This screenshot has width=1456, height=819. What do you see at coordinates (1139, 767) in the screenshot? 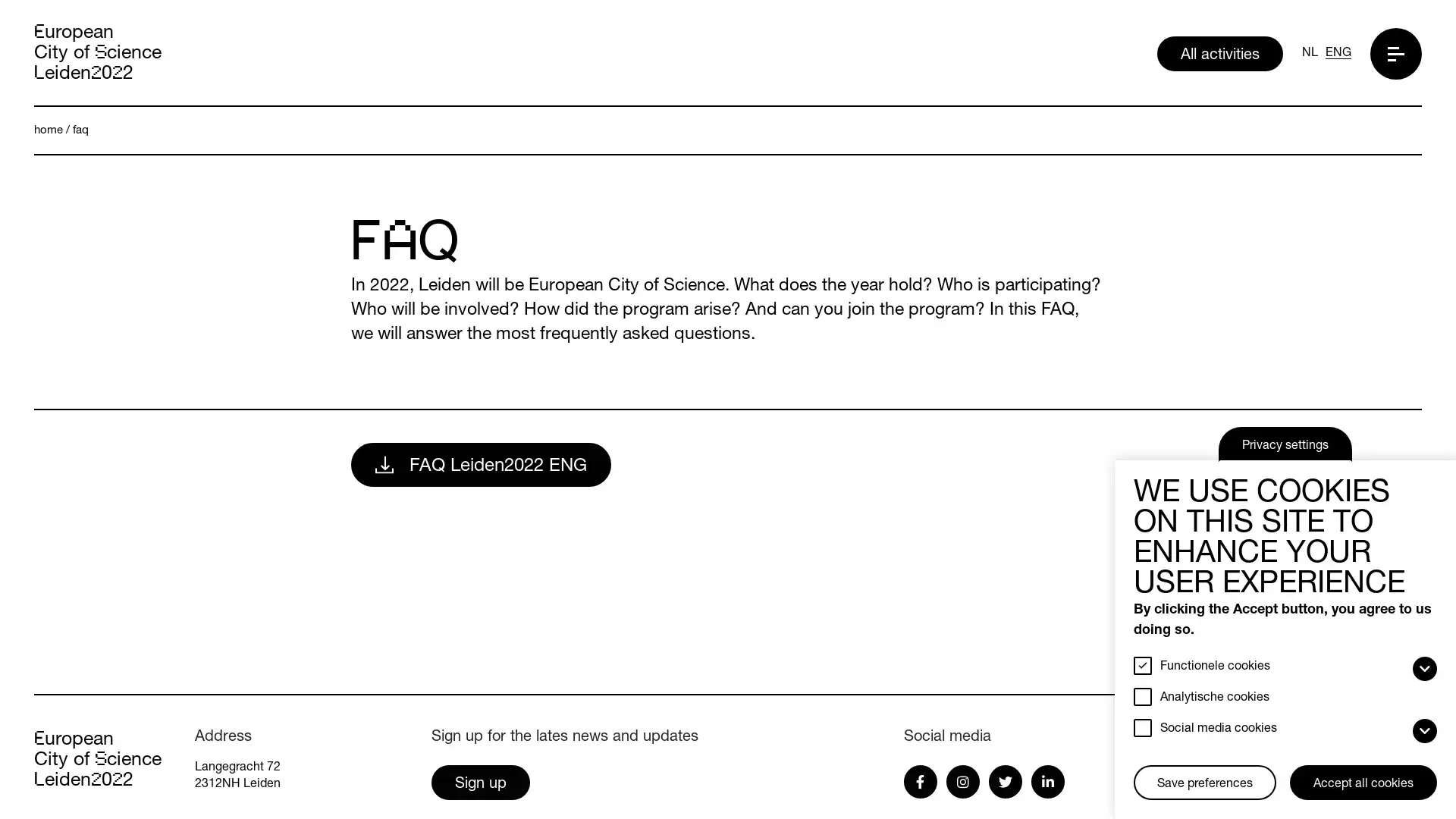
I see `Withdraw consent` at bounding box center [1139, 767].